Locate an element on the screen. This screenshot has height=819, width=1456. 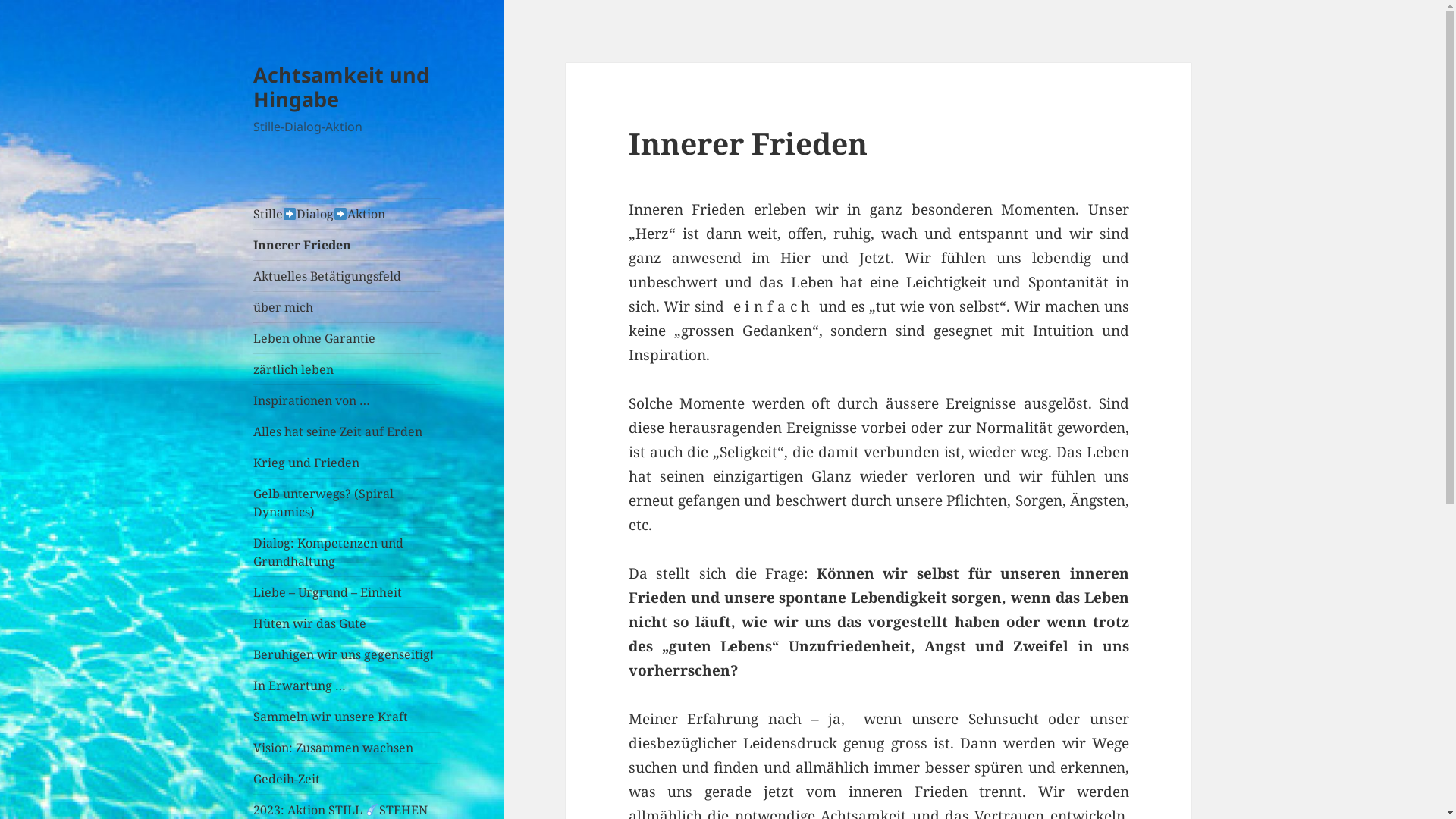
'Dialog: Kompetenzen und Grundhaltung' is located at coordinates (346, 552).